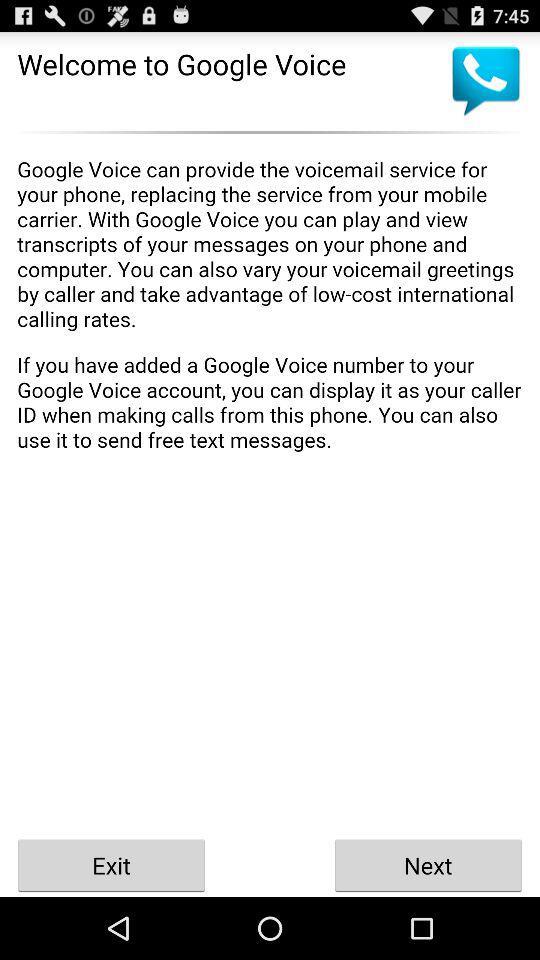  I want to click on the icon next to the next button, so click(111, 864).